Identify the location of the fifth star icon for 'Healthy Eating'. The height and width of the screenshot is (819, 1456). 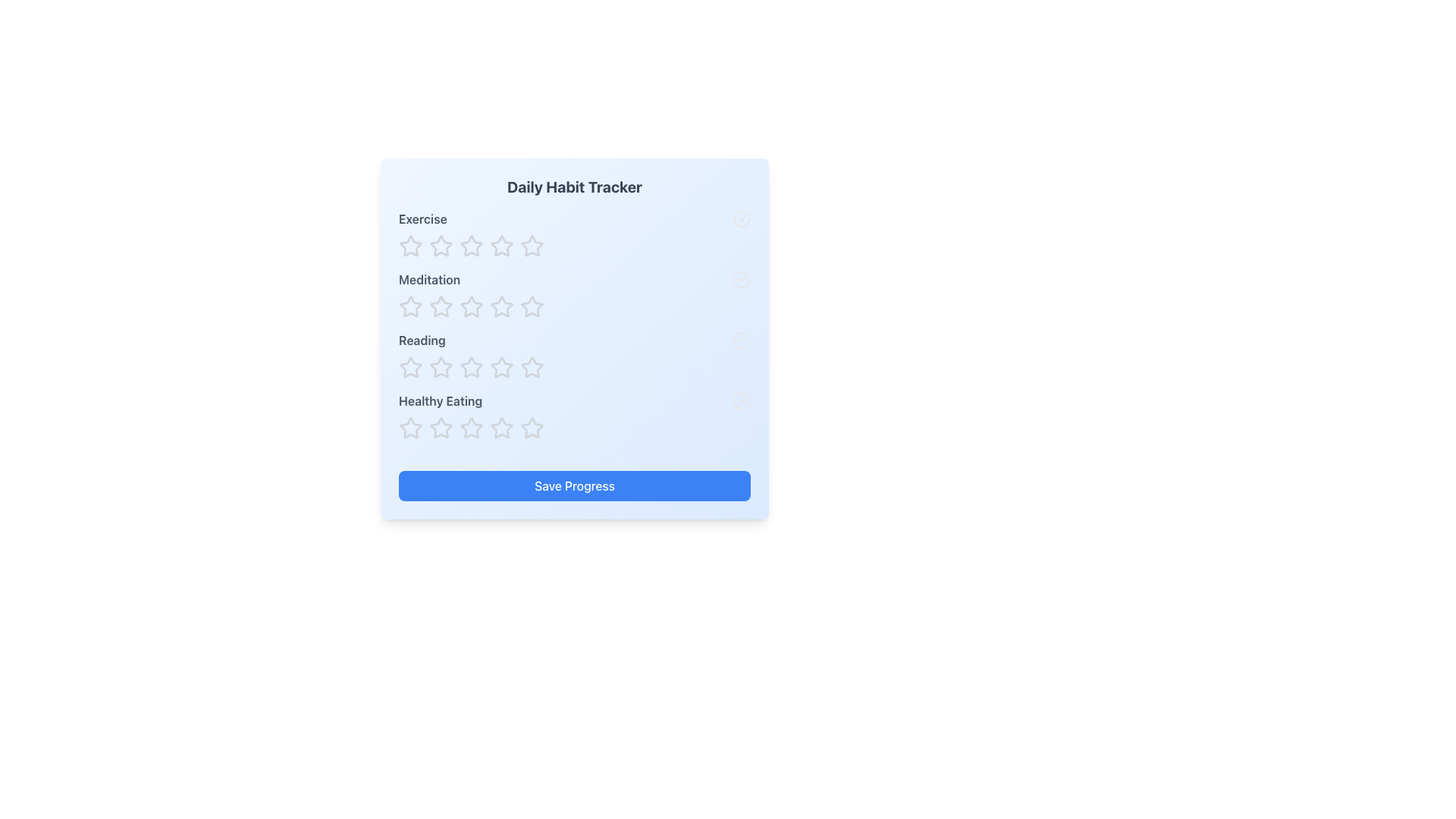
(532, 428).